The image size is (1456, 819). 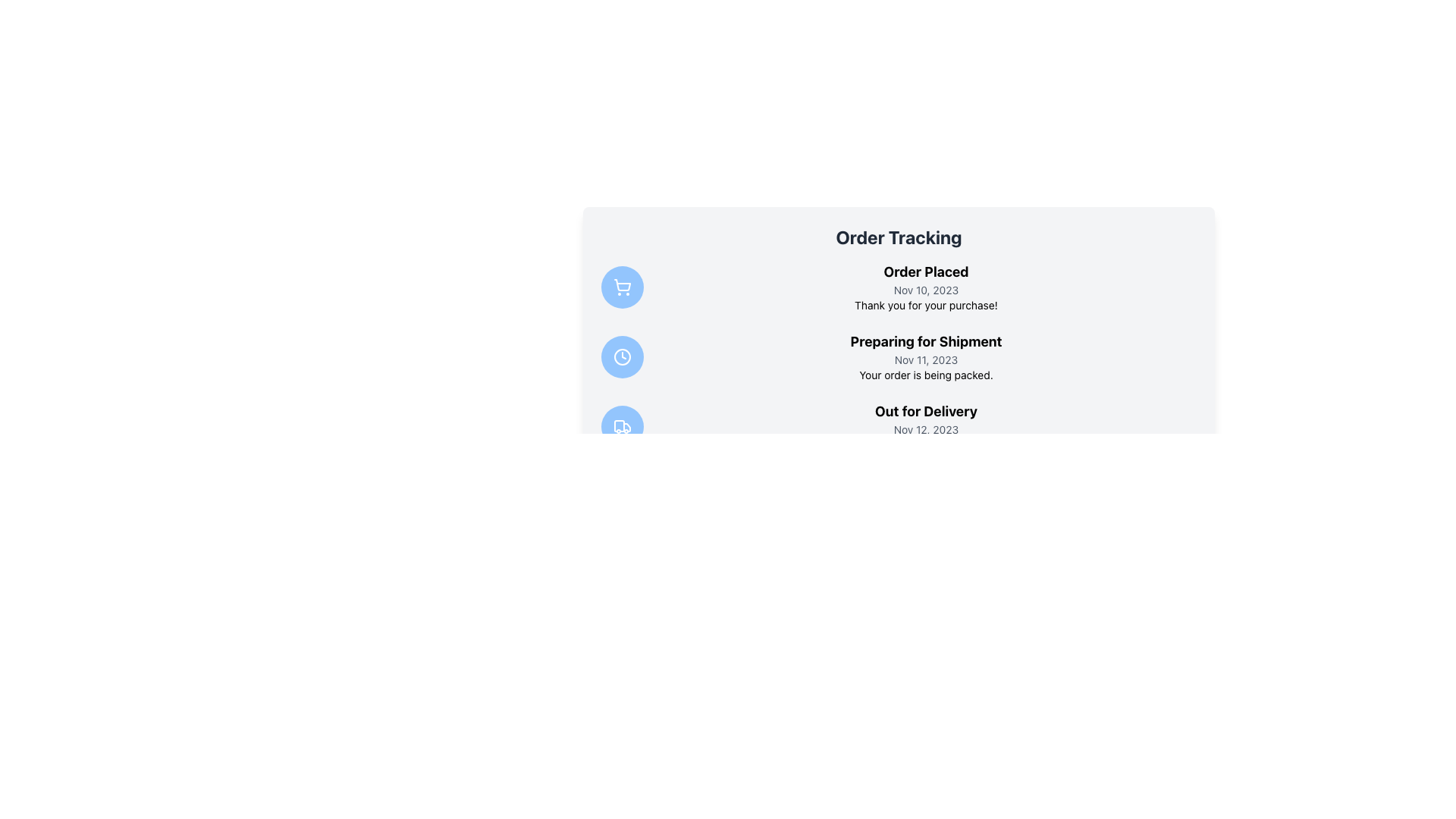 I want to click on the informational block displaying 'Preparing for Shipment' with a clock icon on the left, located in the order tracking section, so click(x=899, y=356).